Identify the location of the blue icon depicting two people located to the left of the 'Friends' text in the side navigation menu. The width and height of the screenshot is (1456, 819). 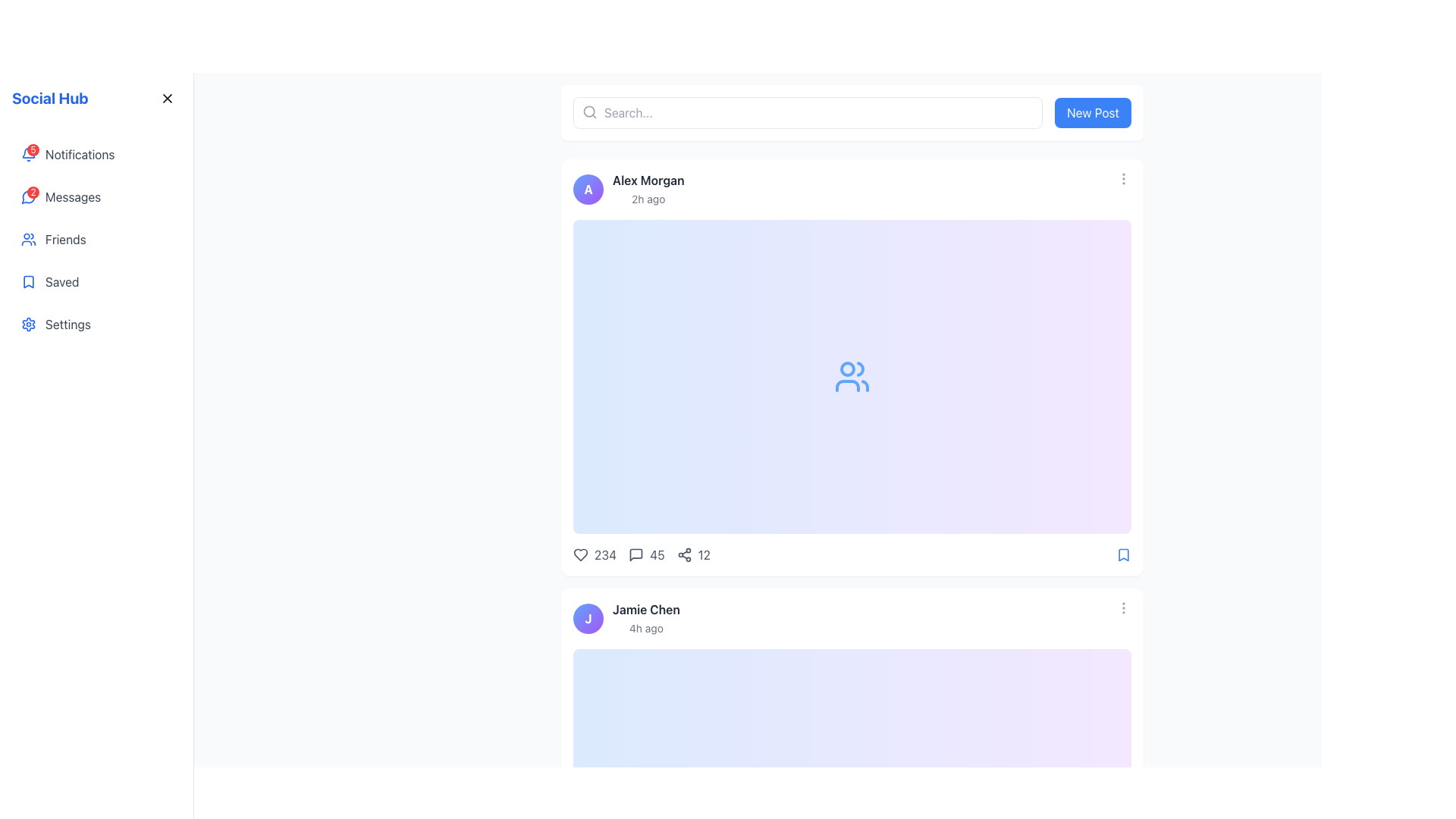
(29, 239).